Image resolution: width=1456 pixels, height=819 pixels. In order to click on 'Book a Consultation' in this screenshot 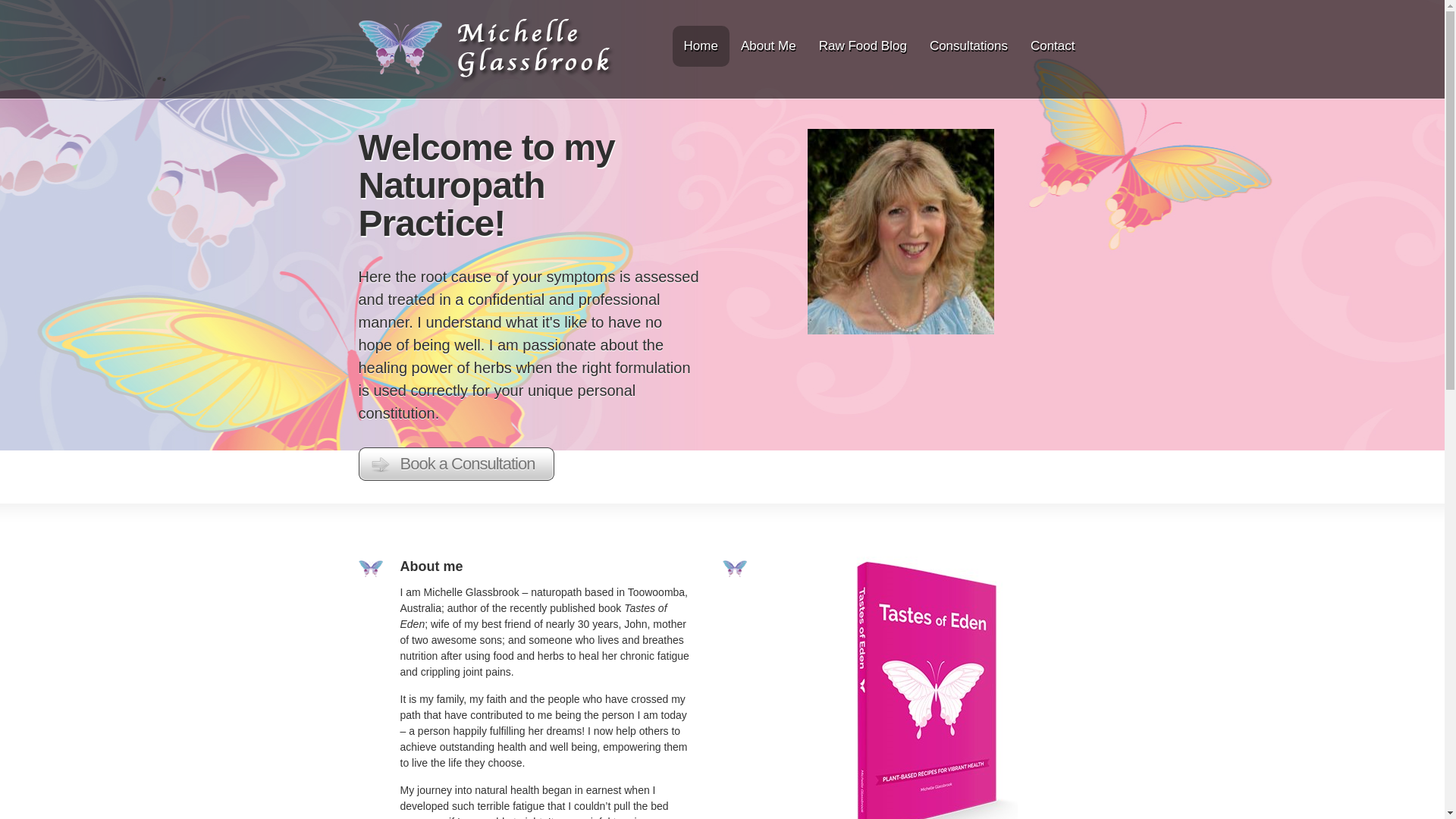, I will do `click(455, 463)`.